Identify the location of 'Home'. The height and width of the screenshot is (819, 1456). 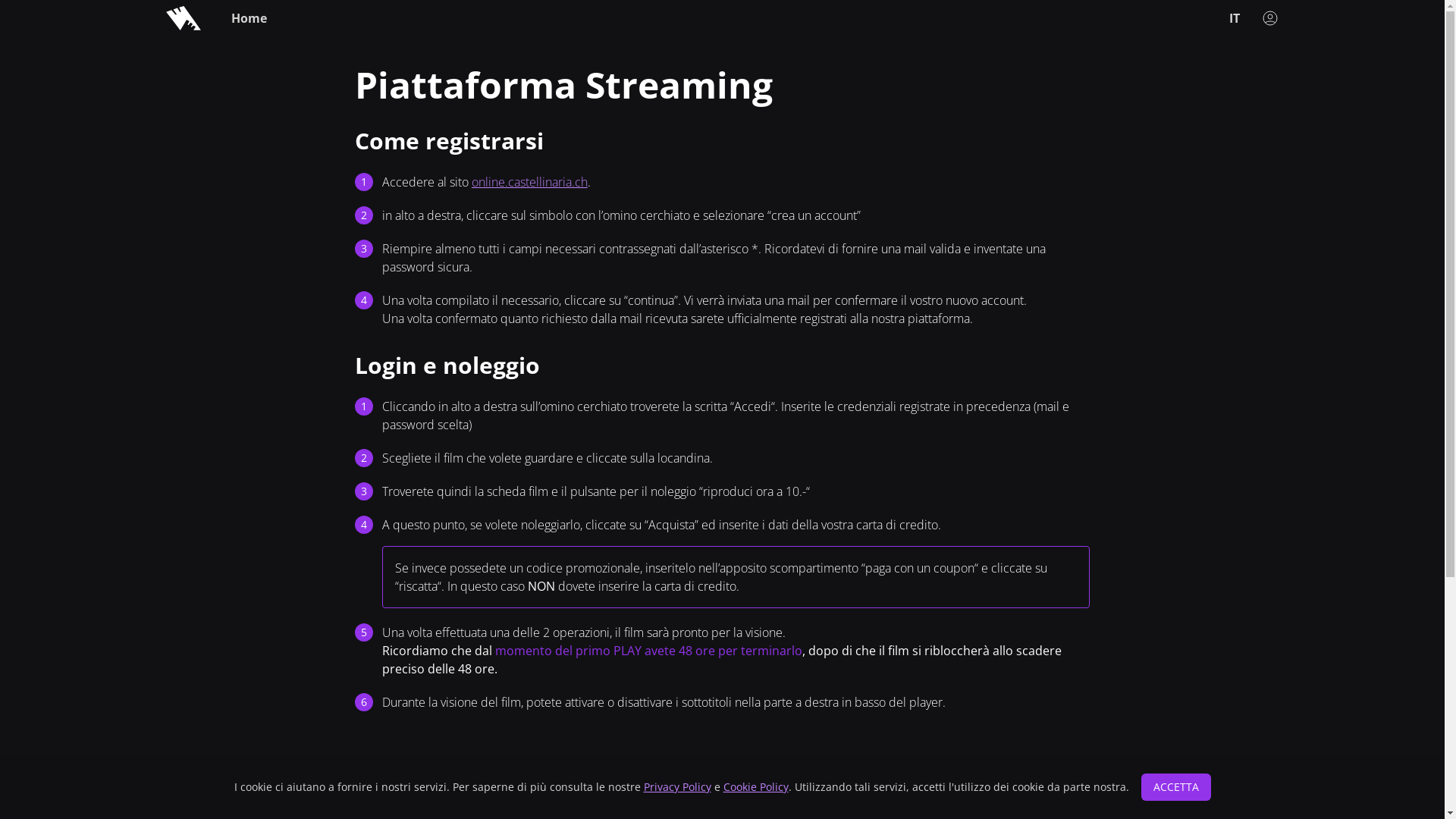
(248, 17).